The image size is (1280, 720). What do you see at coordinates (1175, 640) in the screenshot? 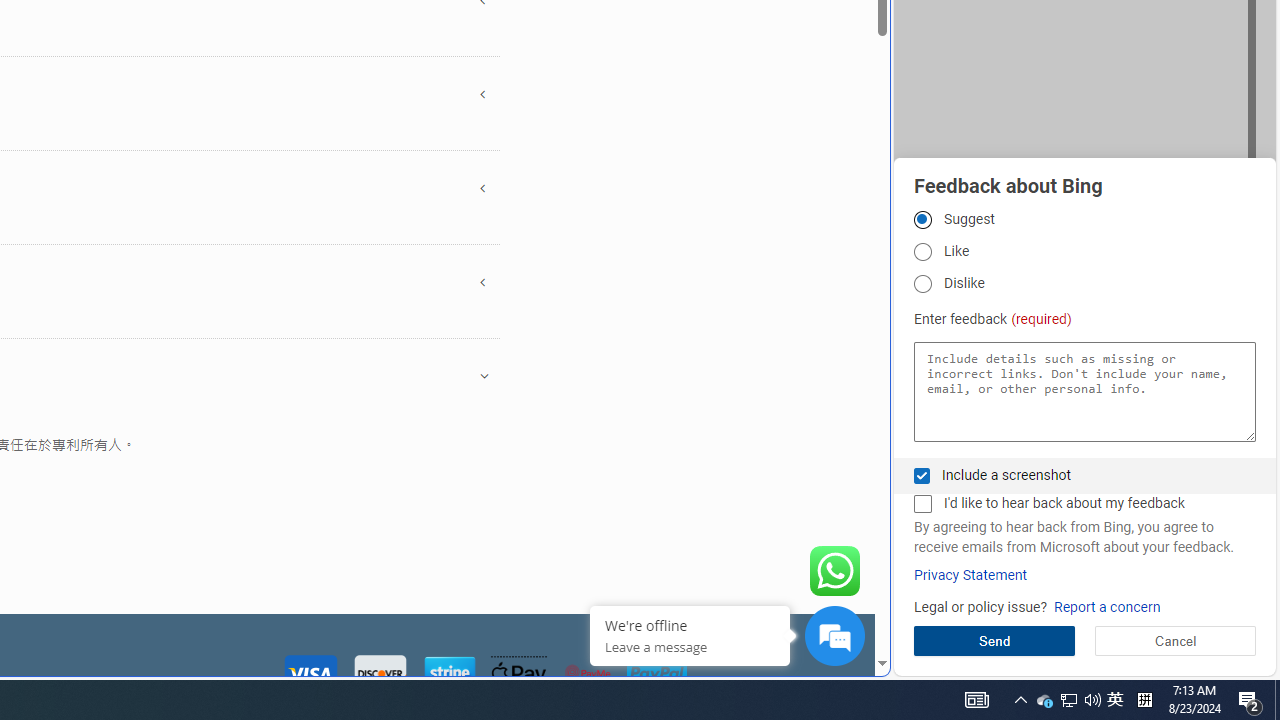
I see `'Cancel'` at bounding box center [1175, 640].